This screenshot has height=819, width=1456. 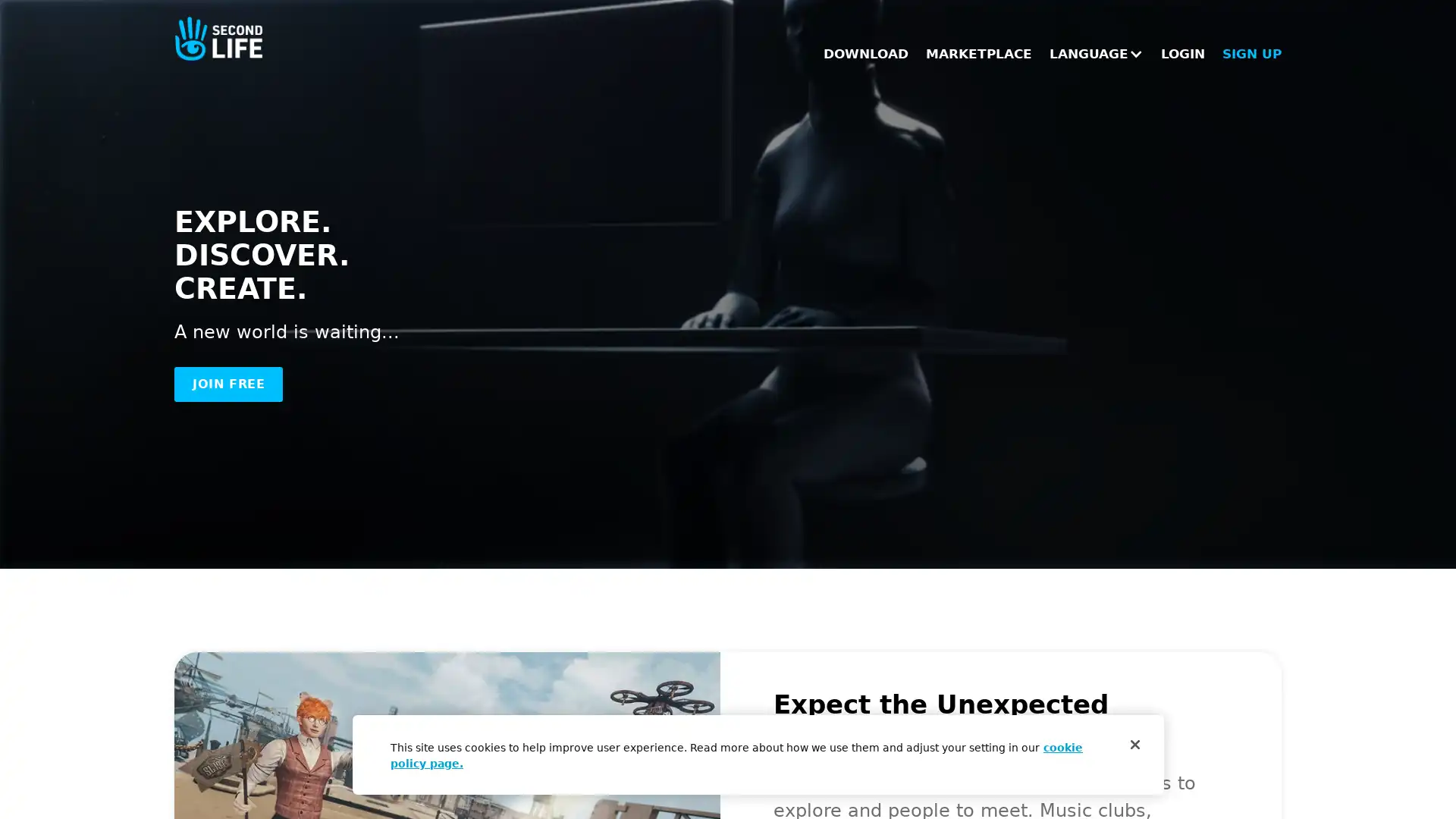 What do you see at coordinates (1135, 744) in the screenshot?
I see `Close` at bounding box center [1135, 744].